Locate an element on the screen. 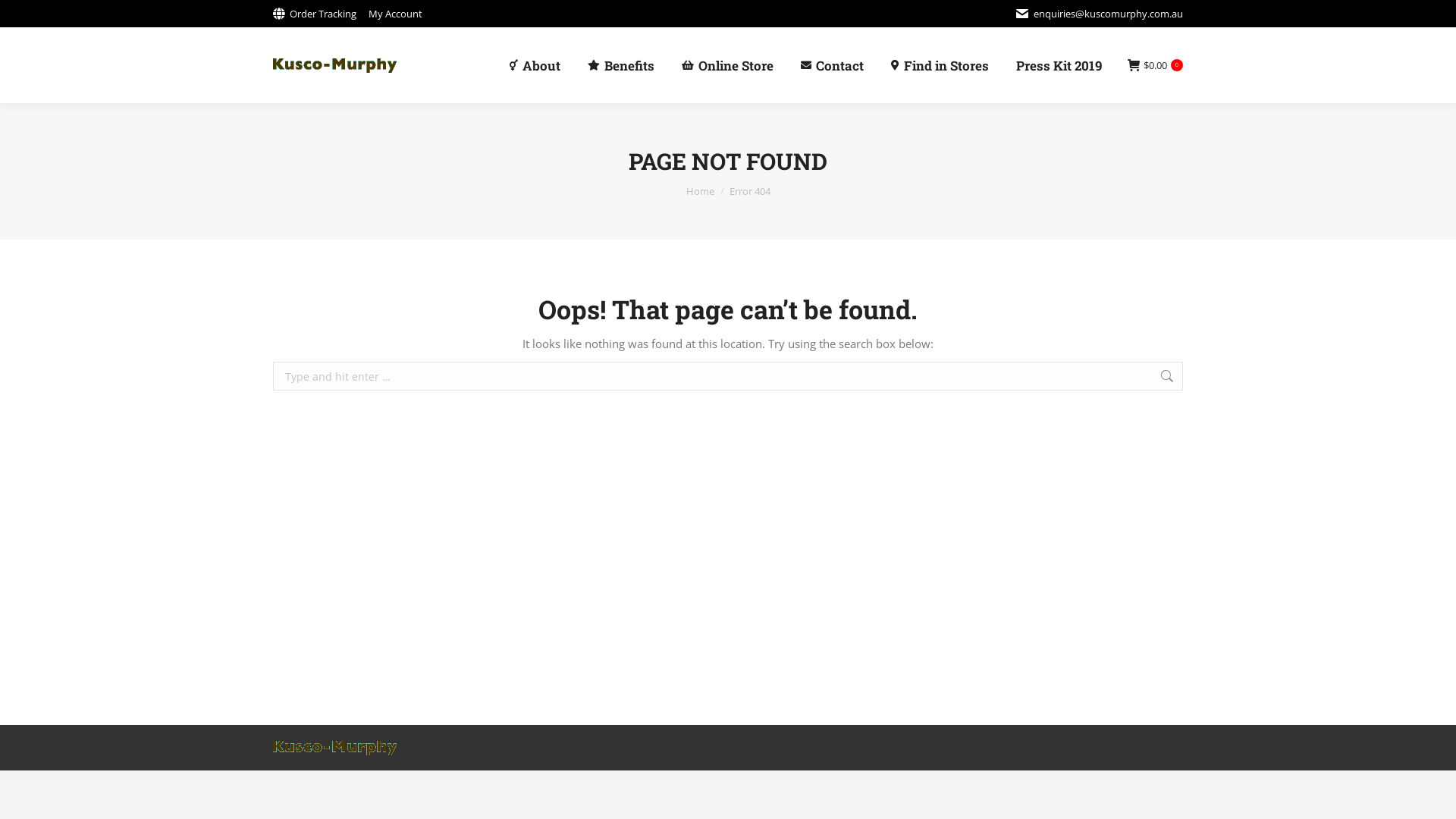  'About' is located at coordinates (535, 64).